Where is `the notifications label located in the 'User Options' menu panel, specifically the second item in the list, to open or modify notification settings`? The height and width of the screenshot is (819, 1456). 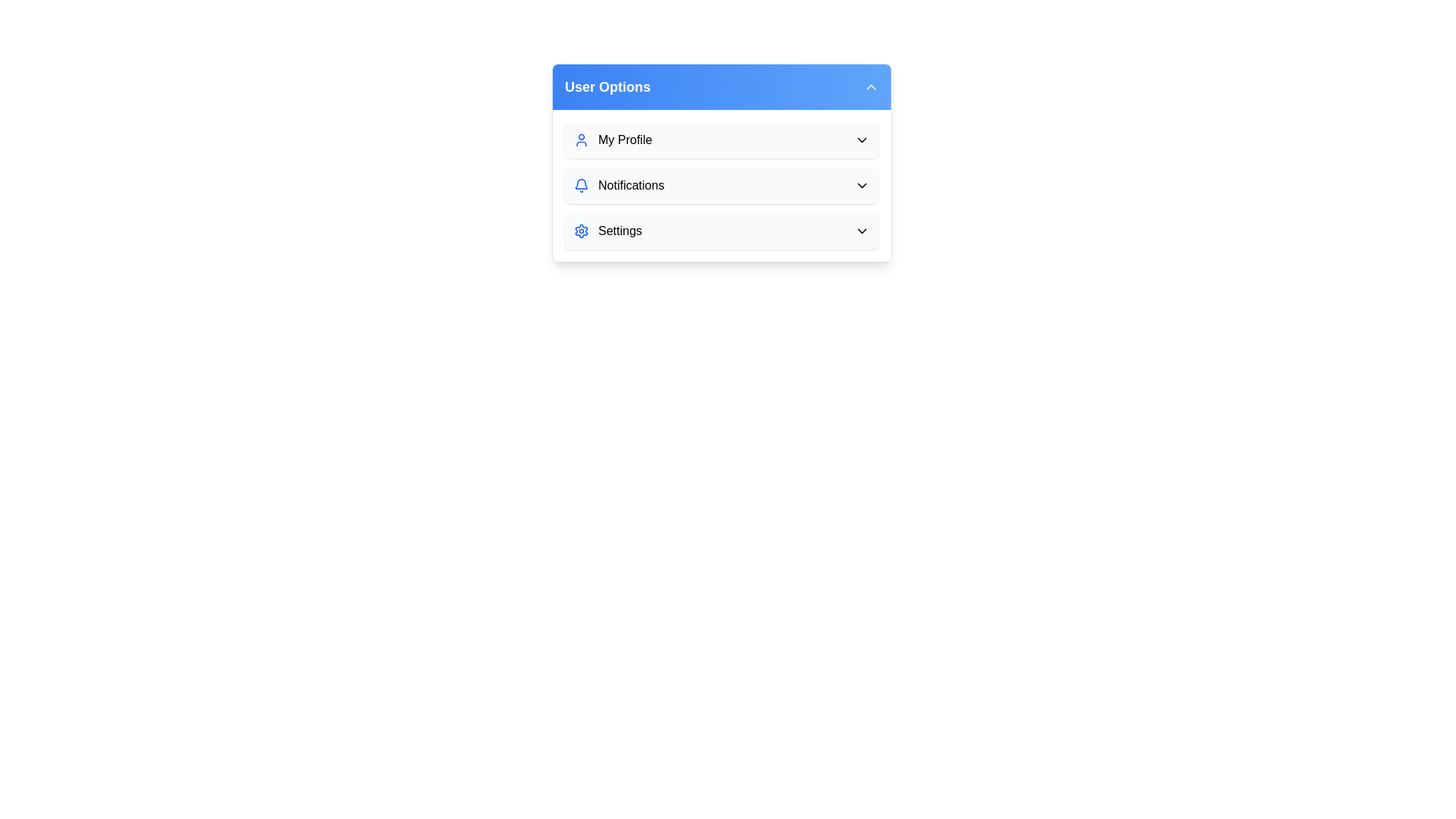 the notifications label located in the 'User Options' menu panel, specifically the second item in the list, to open or modify notification settings is located at coordinates (631, 185).